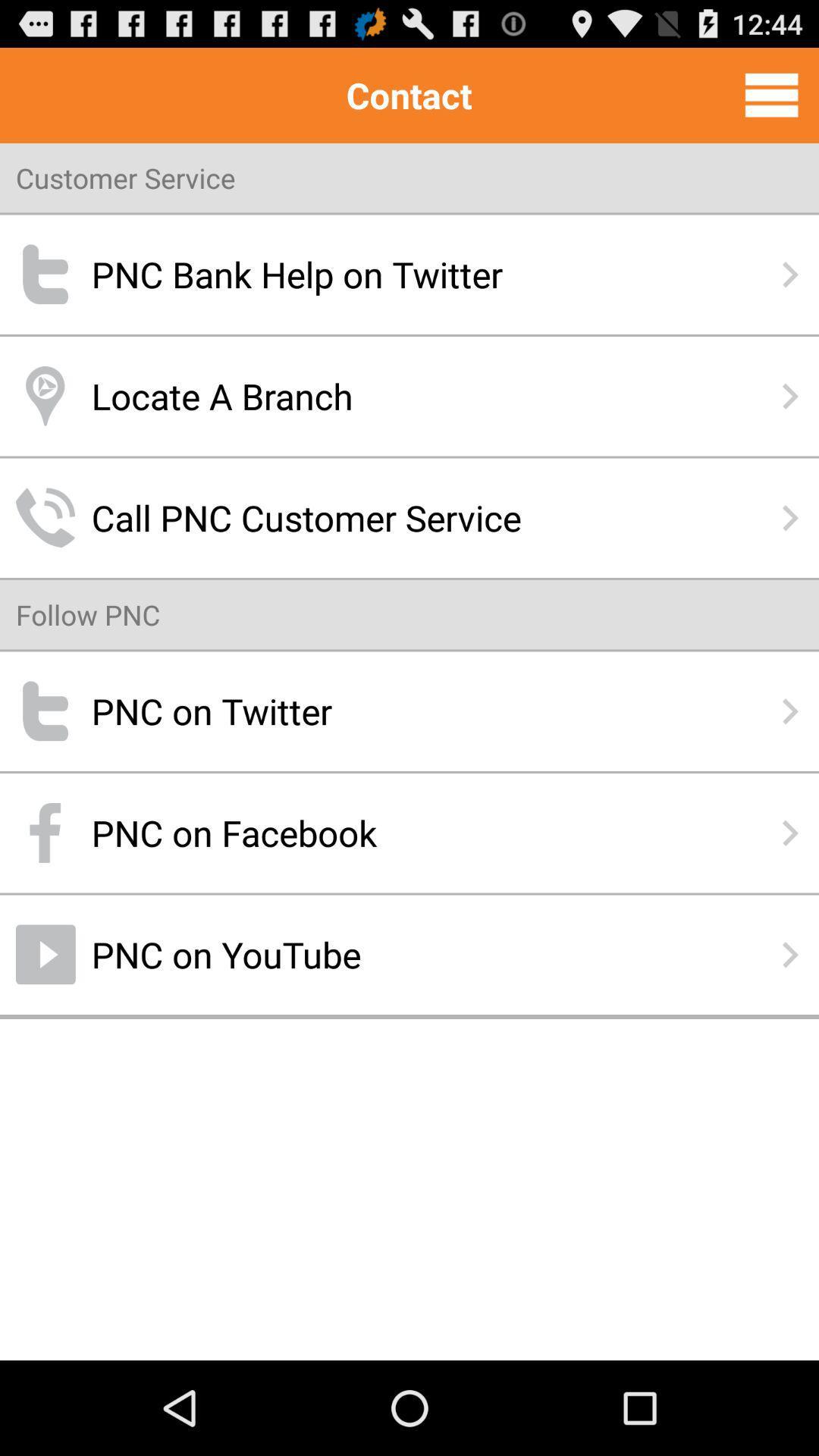  What do you see at coordinates (771, 101) in the screenshot?
I see `the menu icon` at bounding box center [771, 101].